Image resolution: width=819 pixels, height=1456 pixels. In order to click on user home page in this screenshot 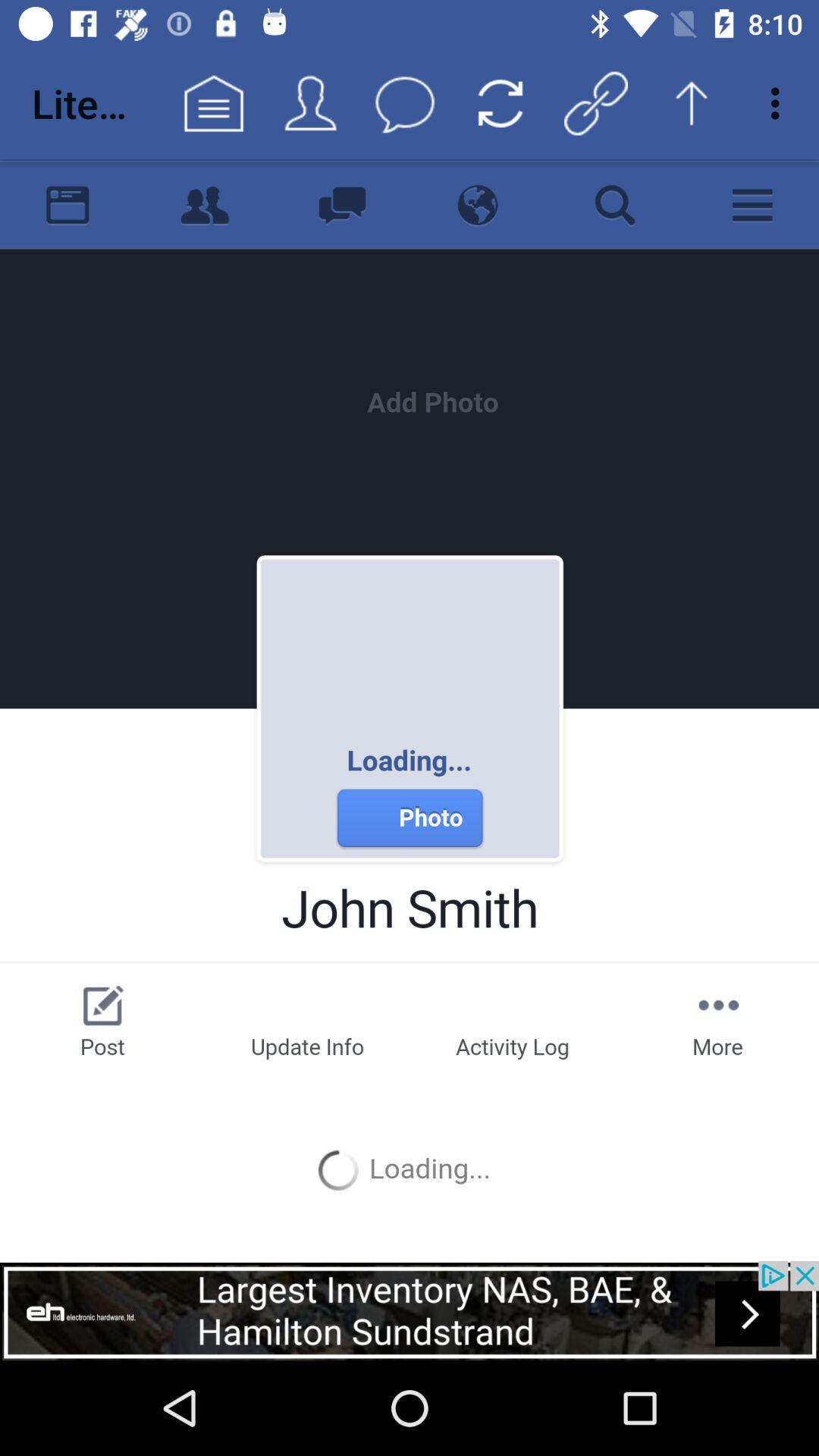, I will do `click(409, 709)`.